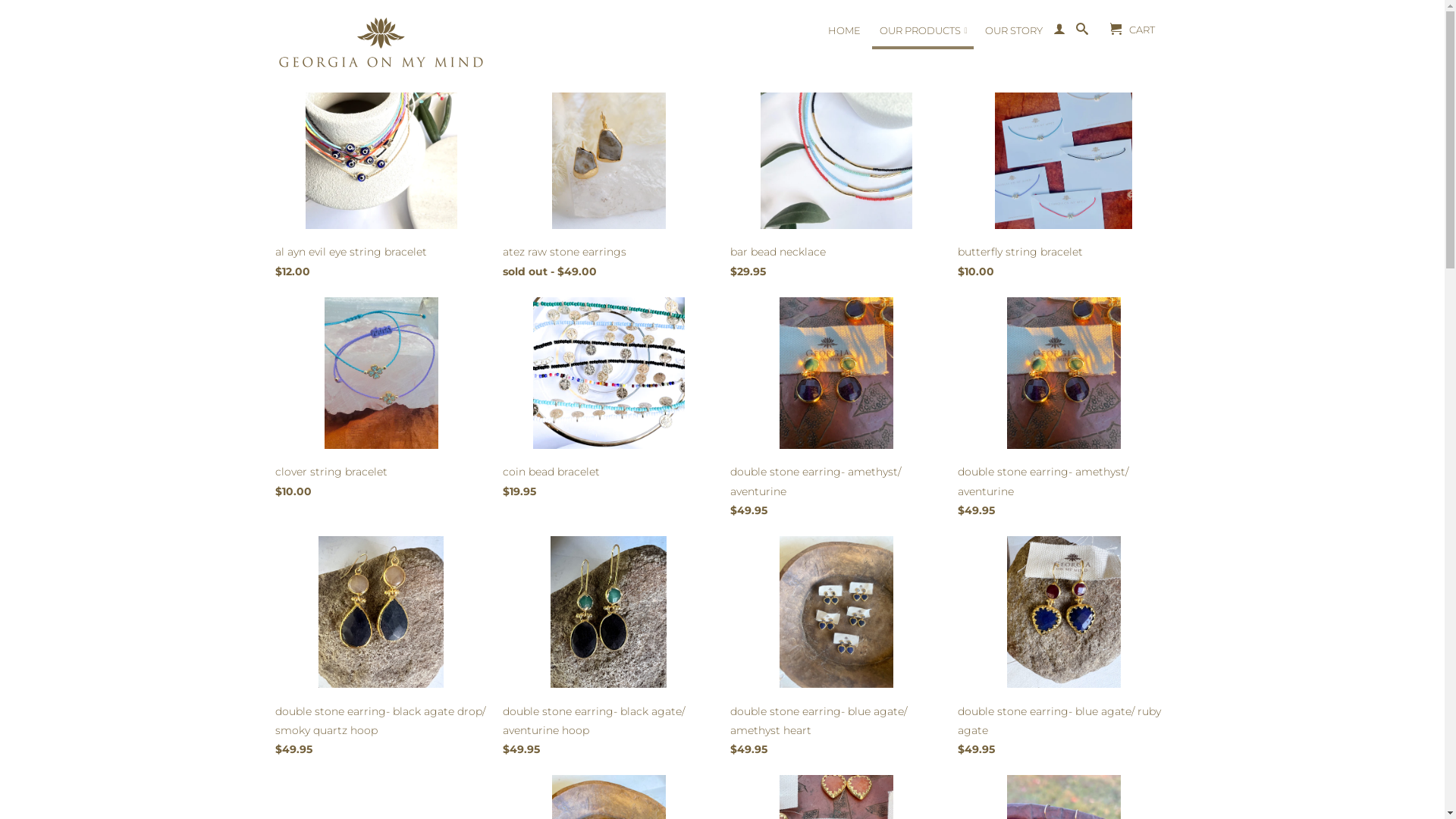 This screenshot has width=1456, height=819. What do you see at coordinates (1062, 180) in the screenshot?
I see `'butterfly string bracelet` at bounding box center [1062, 180].